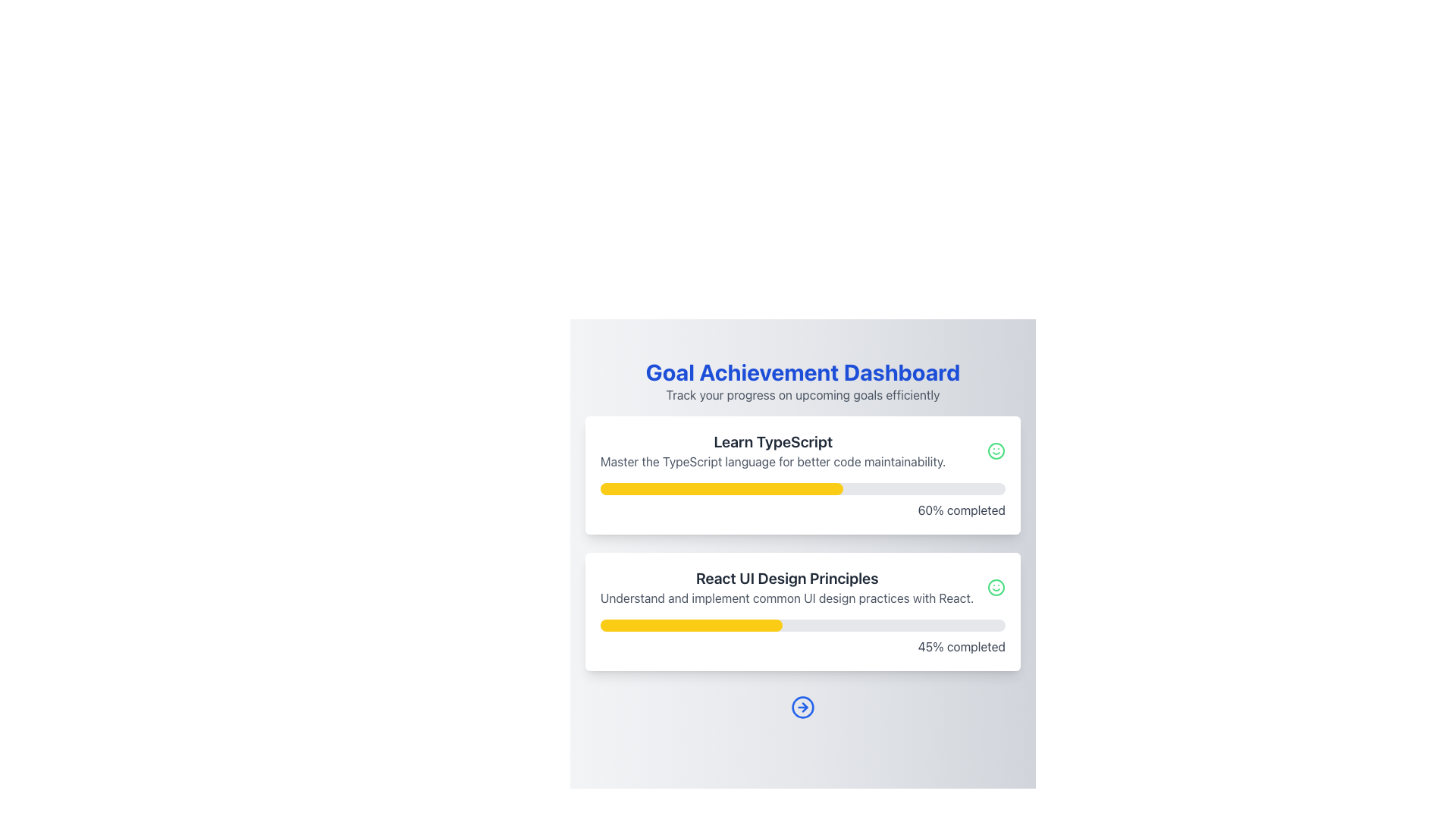 Image resolution: width=1456 pixels, height=819 pixels. Describe the element at coordinates (787, 598) in the screenshot. I see `text description that appears below the heading 'React UI Design Principles' in the Goal Achievement Dashboard` at that location.